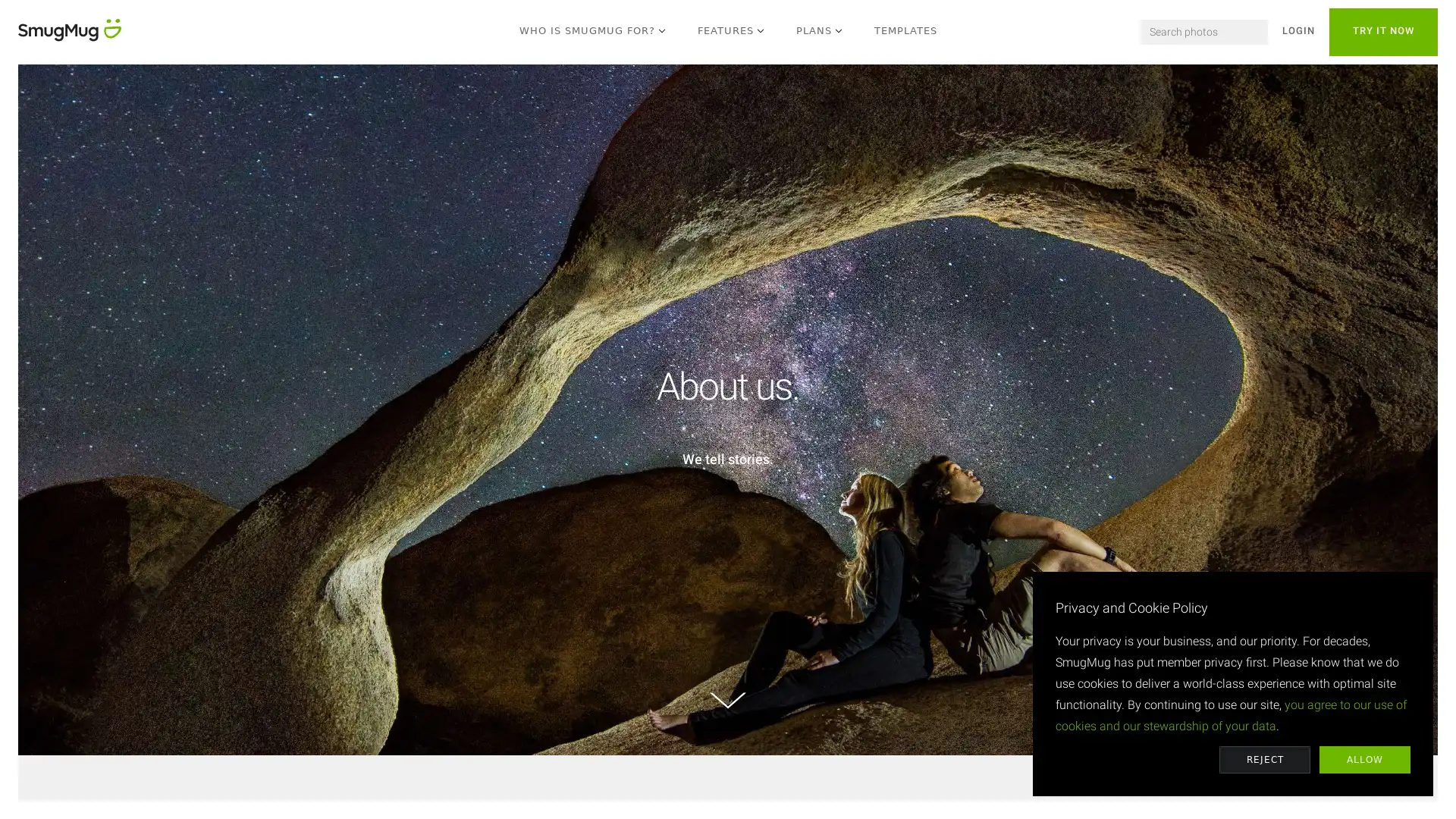 The width and height of the screenshot is (1456, 819). I want to click on REJECT, so click(1265, 760).